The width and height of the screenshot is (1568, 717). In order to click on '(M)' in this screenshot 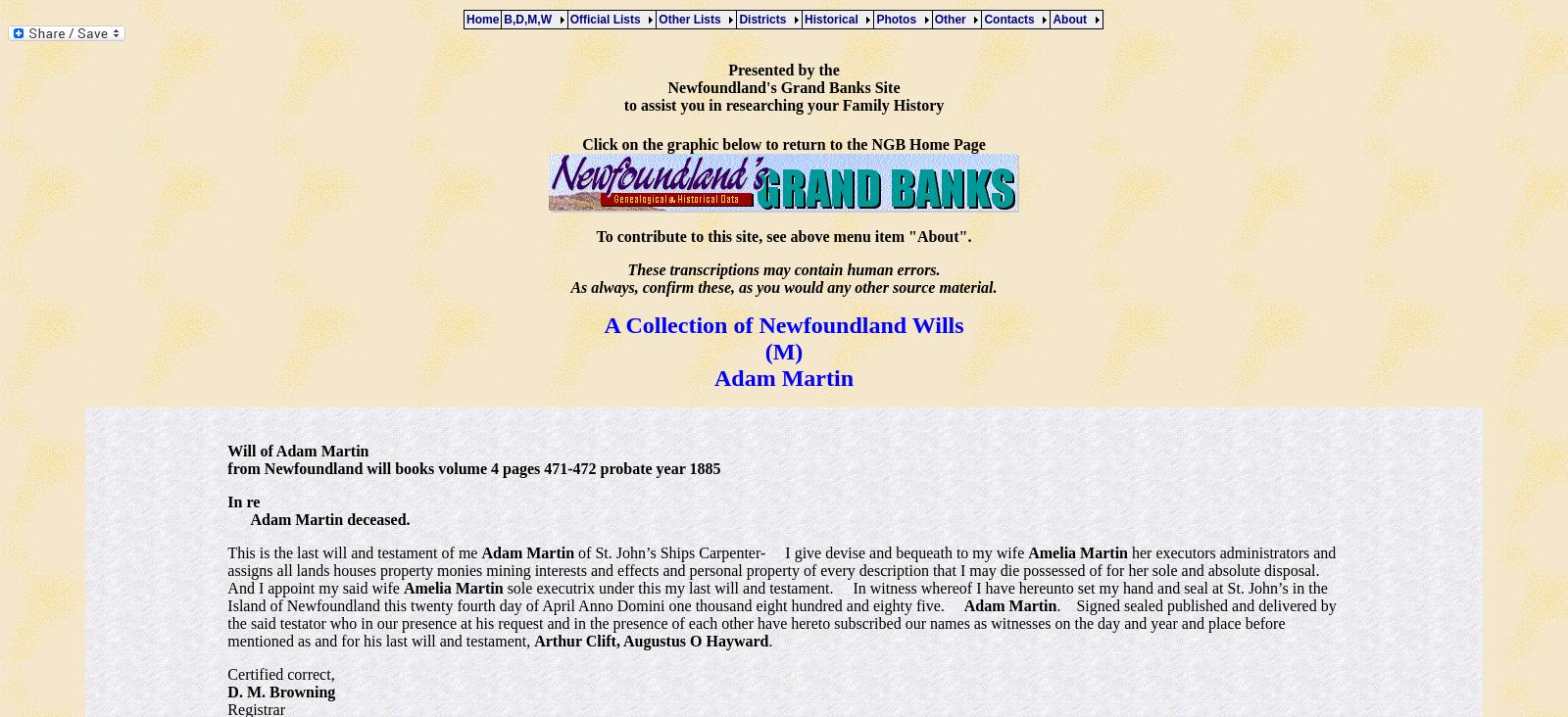, I will do `click(764, 351)`.